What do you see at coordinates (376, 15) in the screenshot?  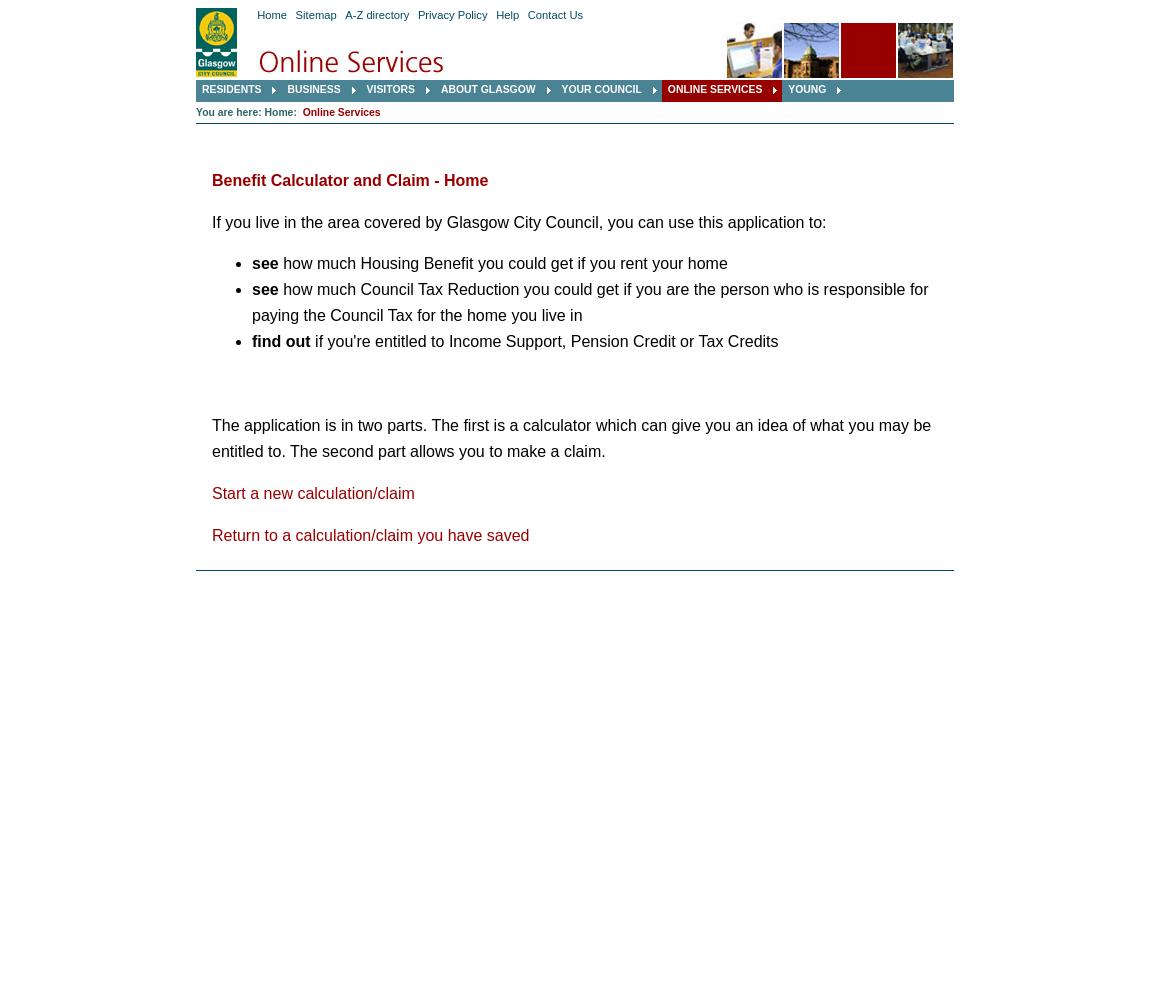 I see `'A-Z directory'` at bounding box center [376, 15].